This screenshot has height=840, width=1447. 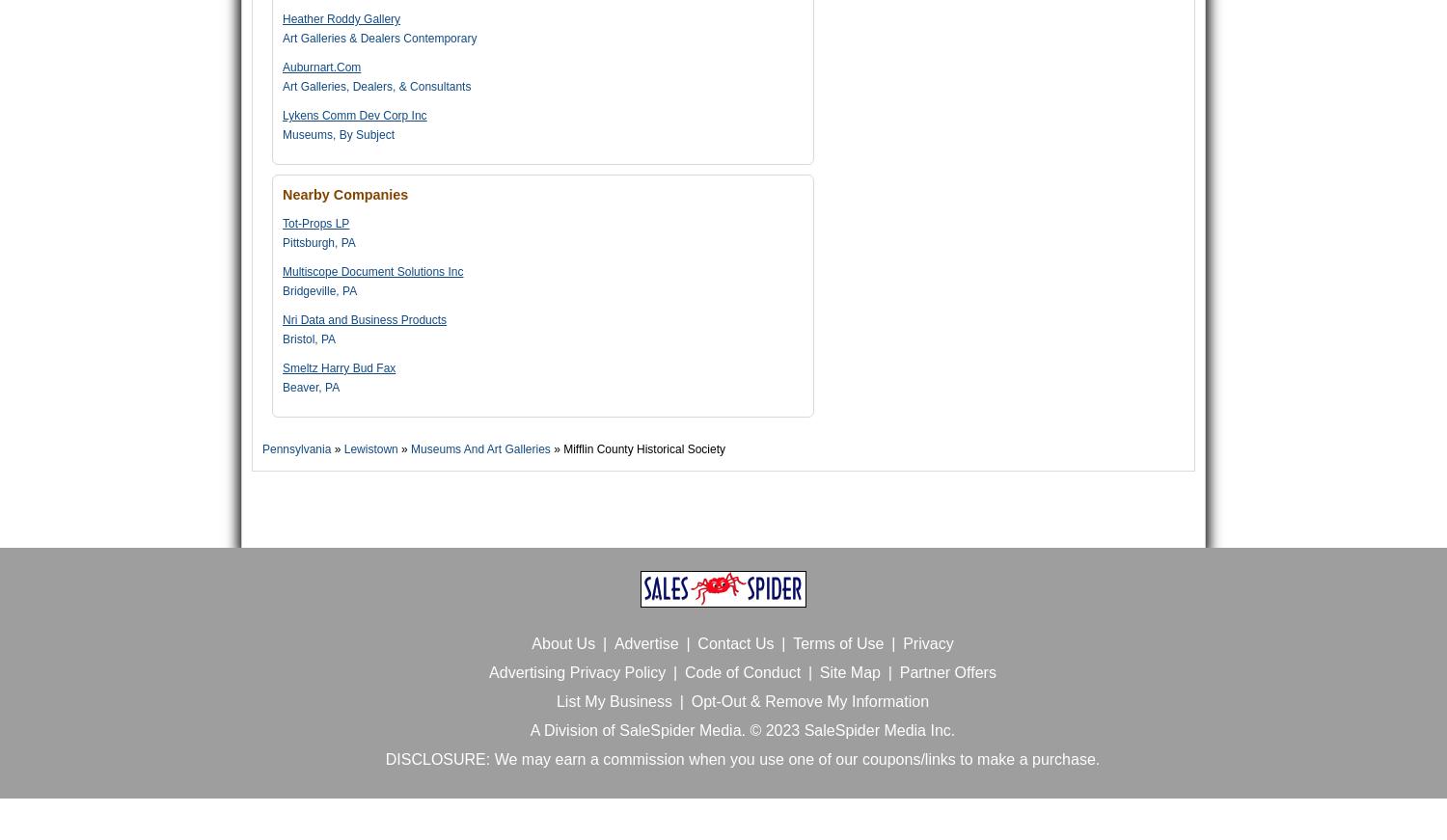 I want to click on 'Smeltz Harry Bud Fax', so click(x=282, y=367).